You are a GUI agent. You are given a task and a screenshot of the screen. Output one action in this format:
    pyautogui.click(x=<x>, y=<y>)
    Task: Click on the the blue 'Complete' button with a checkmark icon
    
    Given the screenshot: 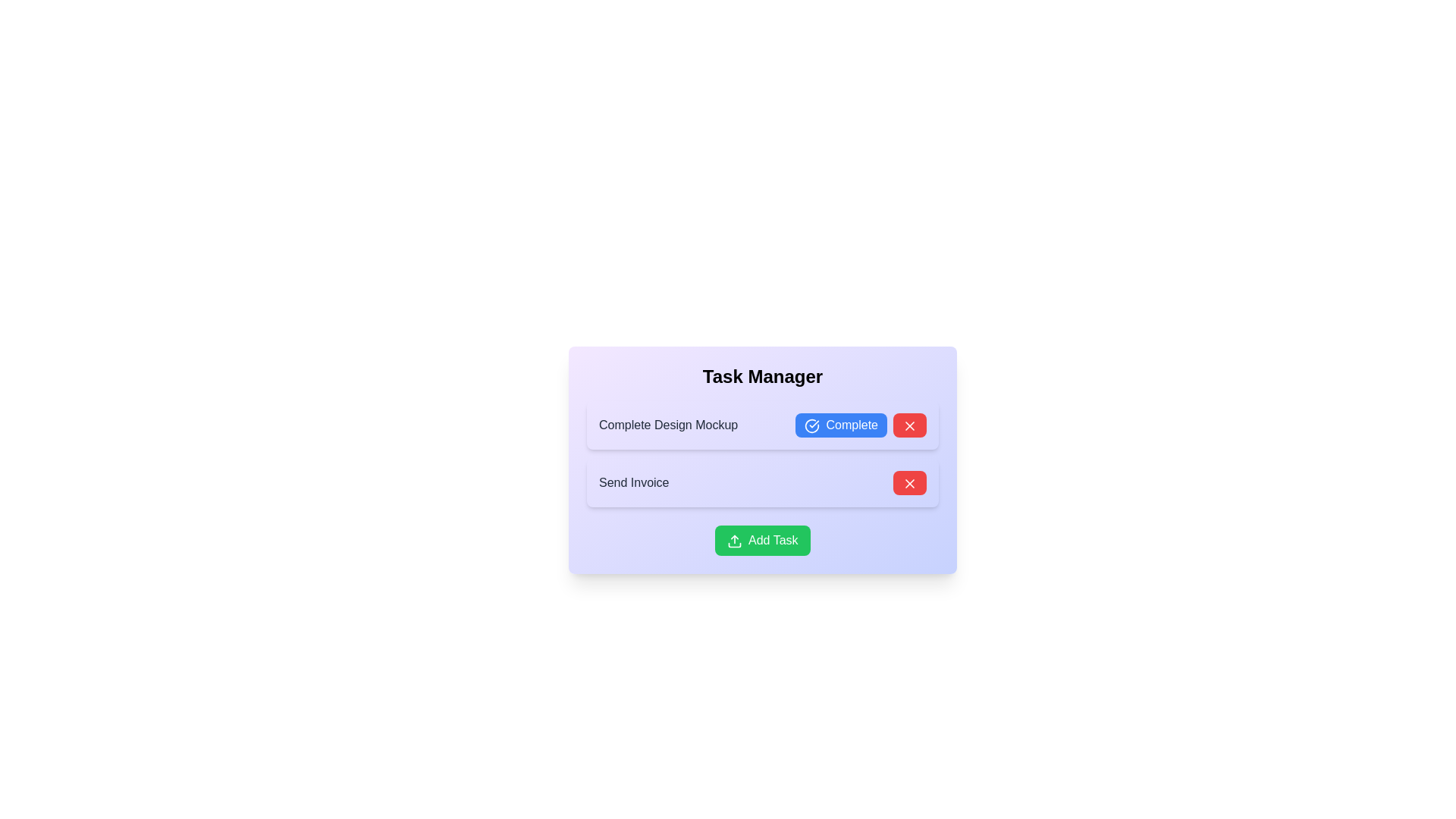 What is the action you would take?
    pyautogui.click(x=861, y=425)
    